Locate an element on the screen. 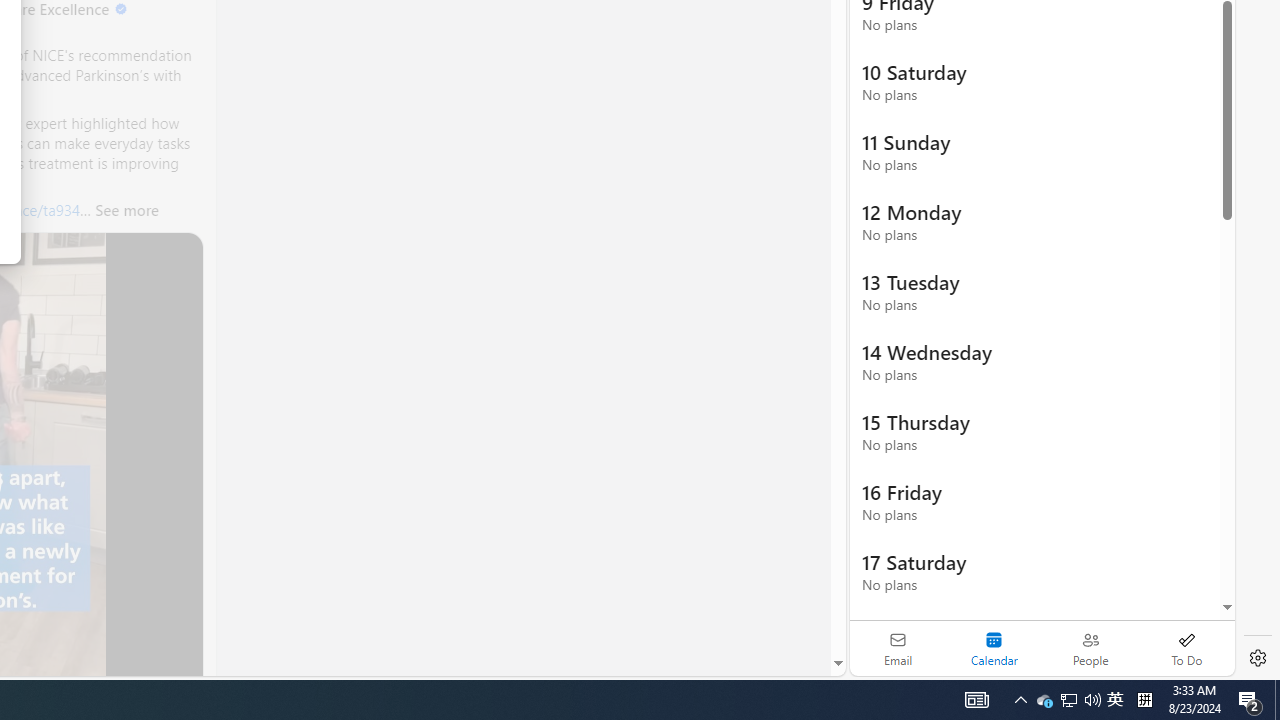  'People' is located at coordinates (1089, 648).